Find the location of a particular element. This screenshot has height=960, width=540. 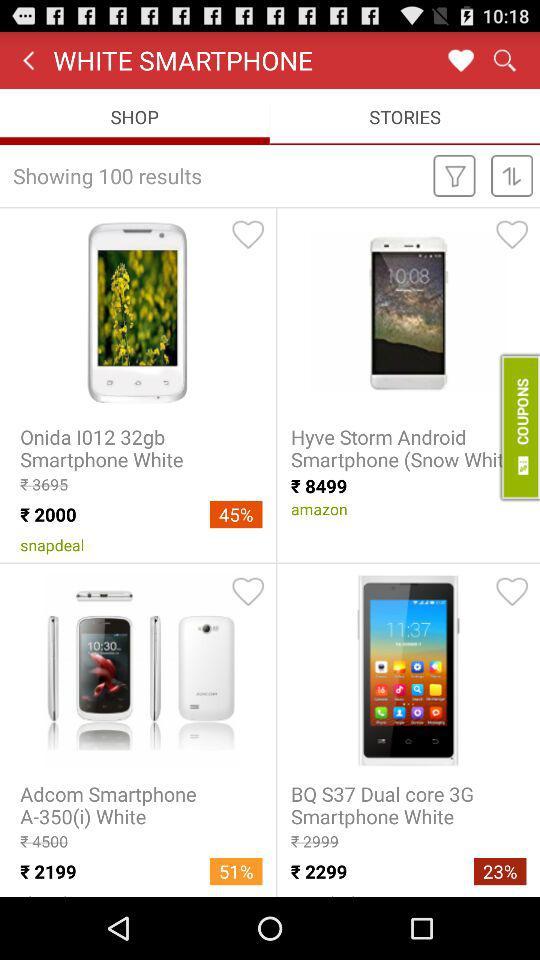

of the heart symbol which is top right side of hyve storm android smartphone is located at coordinates (511, 235).